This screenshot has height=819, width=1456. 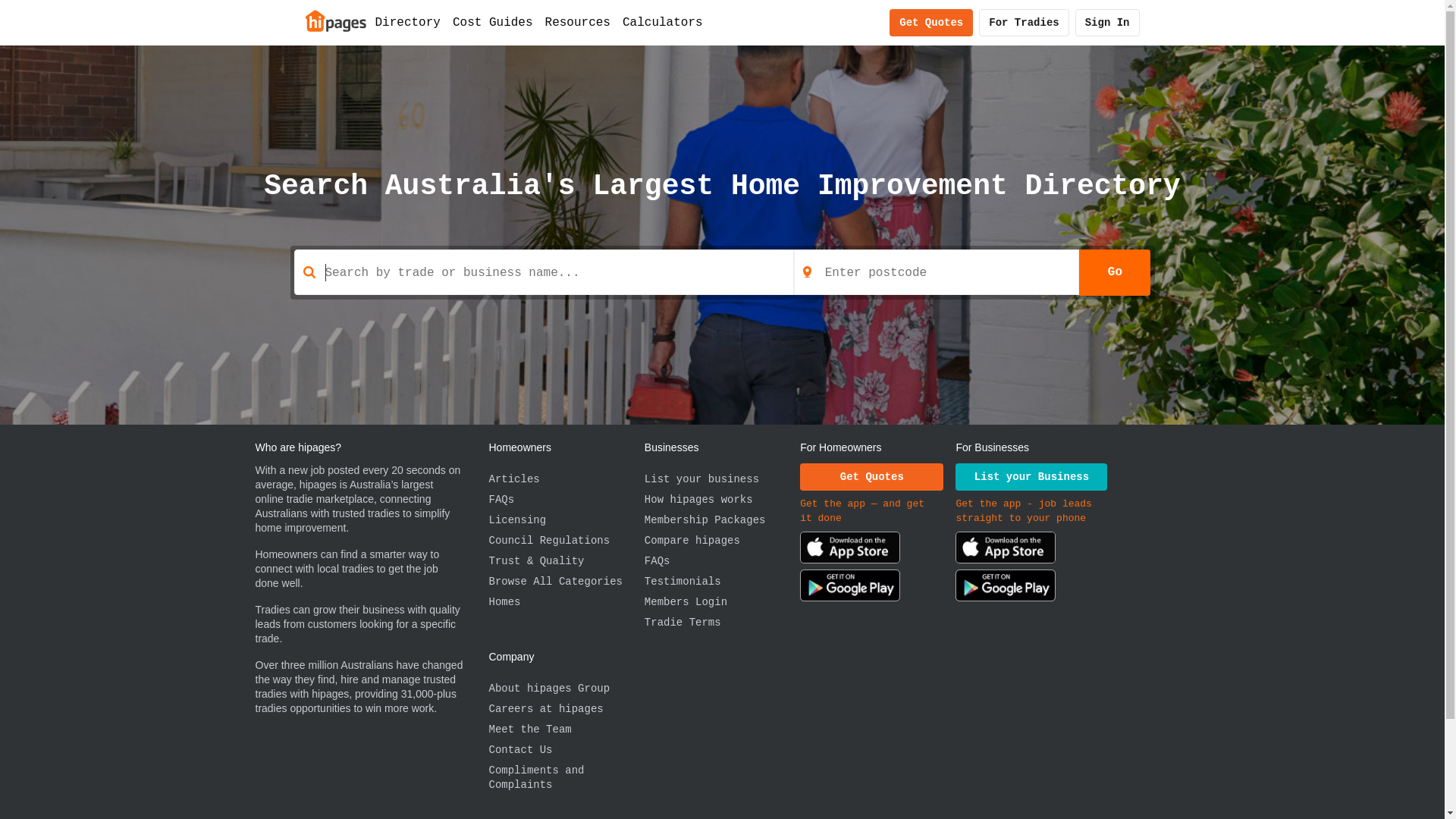 What do you see at coordinates (565, 601) in the screenshot?
I see `'Homes'` at bounding box center [565, 601].